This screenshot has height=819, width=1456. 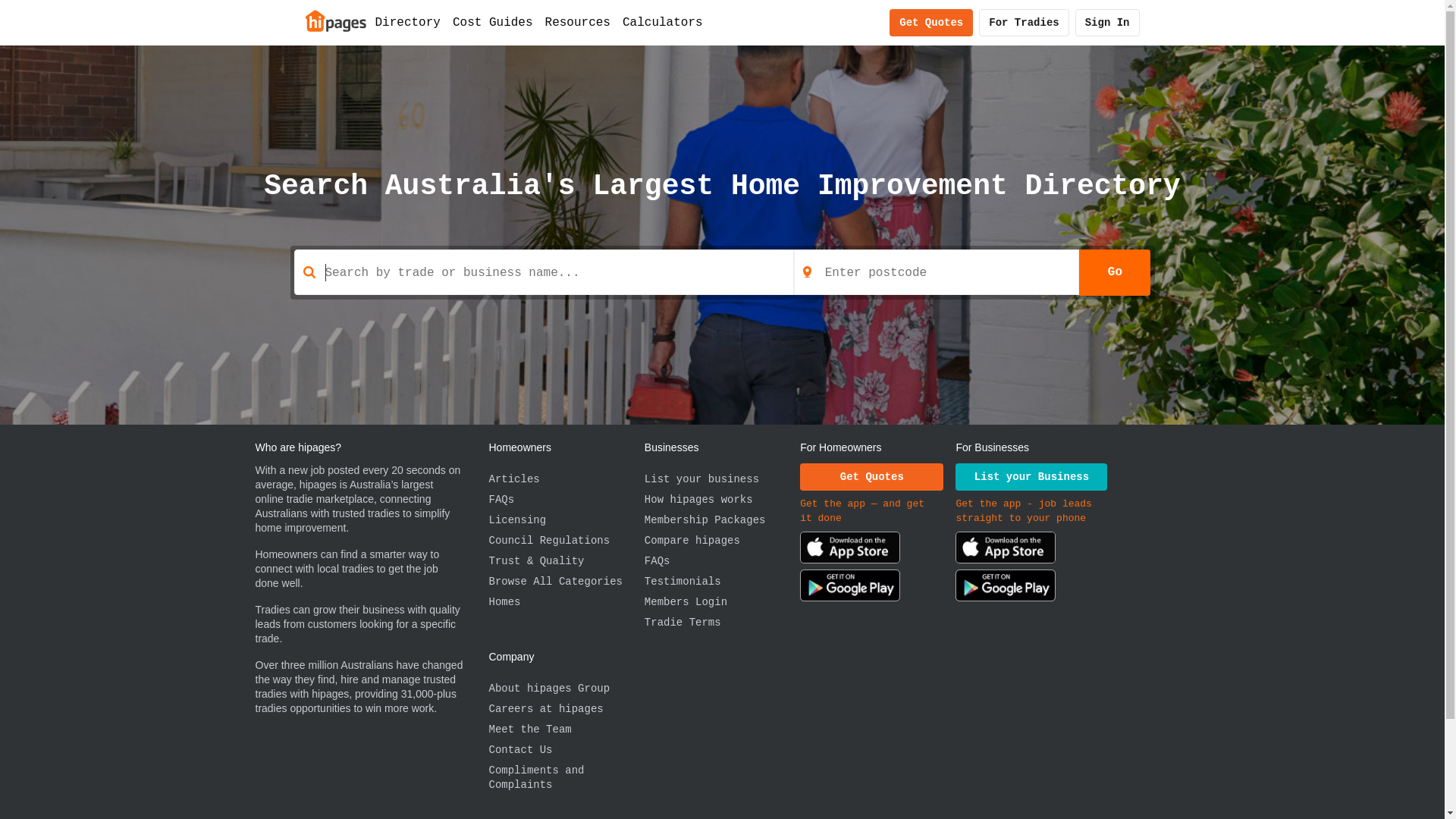 What do you see at coordinates (565, 601) in the screenshot?
I see `'Homes'` at bounding box center [565, 601].